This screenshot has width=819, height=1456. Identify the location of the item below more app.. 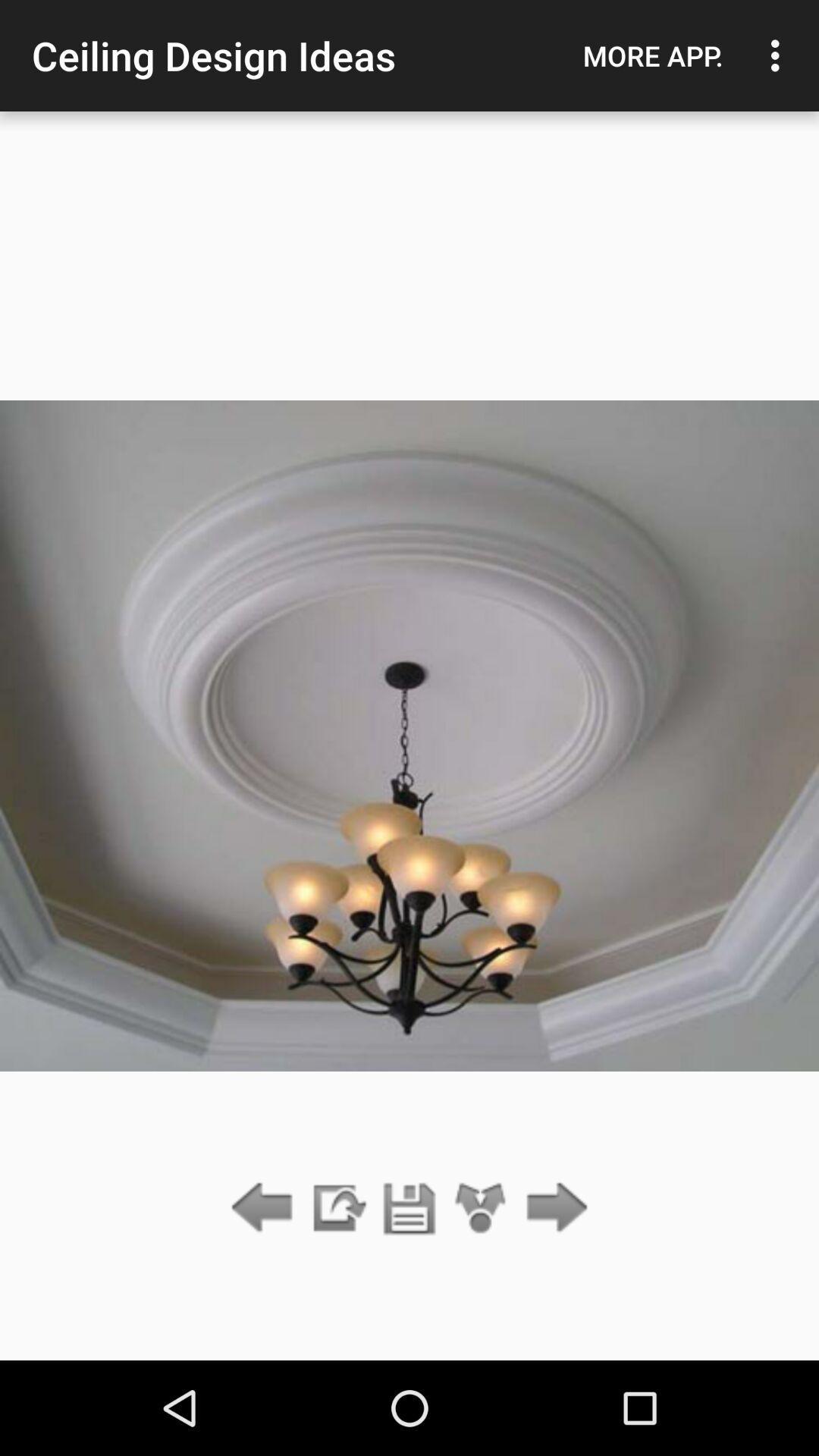
(553, 1208).